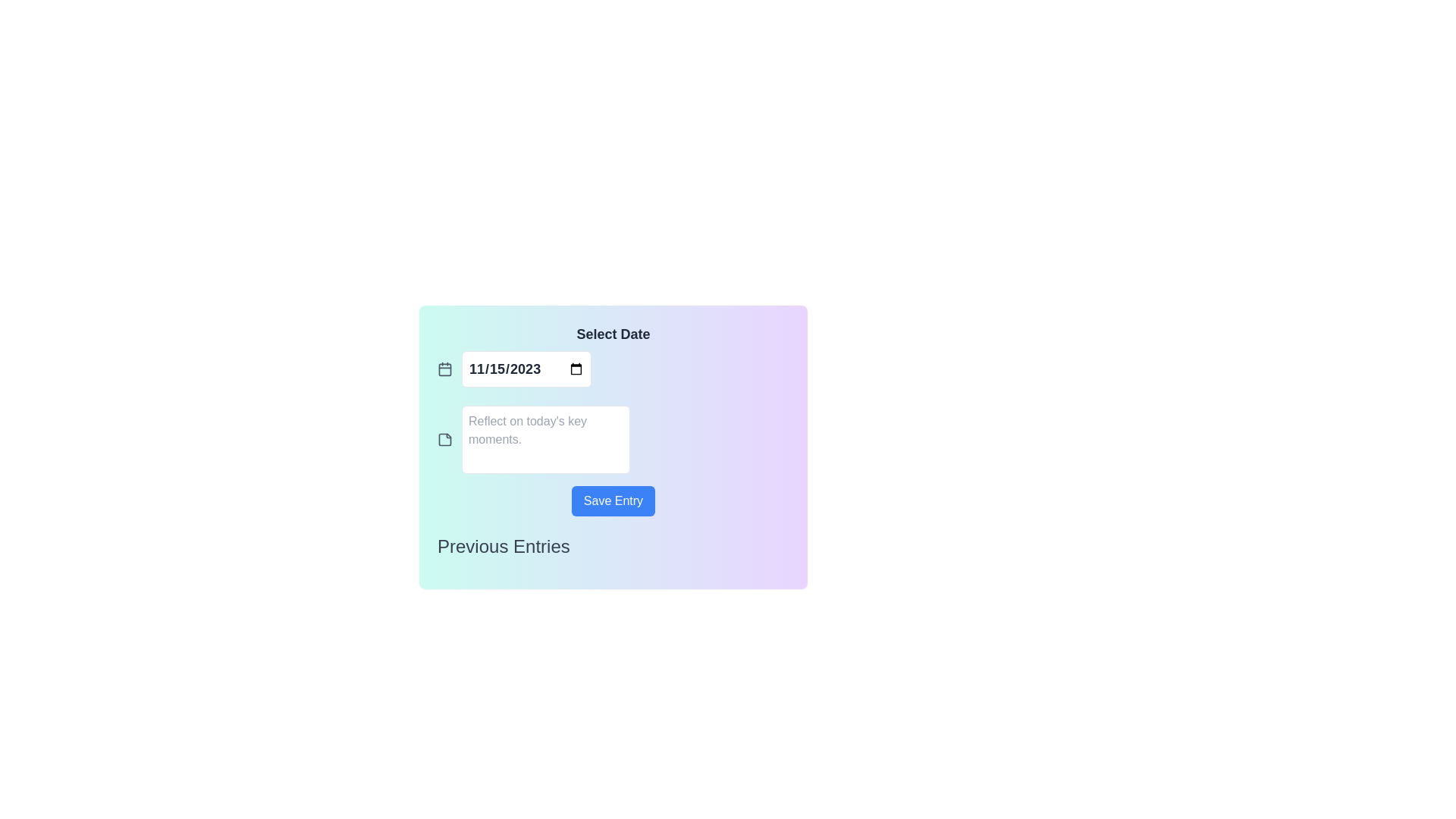  Describe the element at coordinates (444, 439) in the screenshot. I see `the sticky note icon, which is a gray stylized square with a folded corner effect, located near the top left corner of the text input box below the '11/15/2023' date input field` at that location.